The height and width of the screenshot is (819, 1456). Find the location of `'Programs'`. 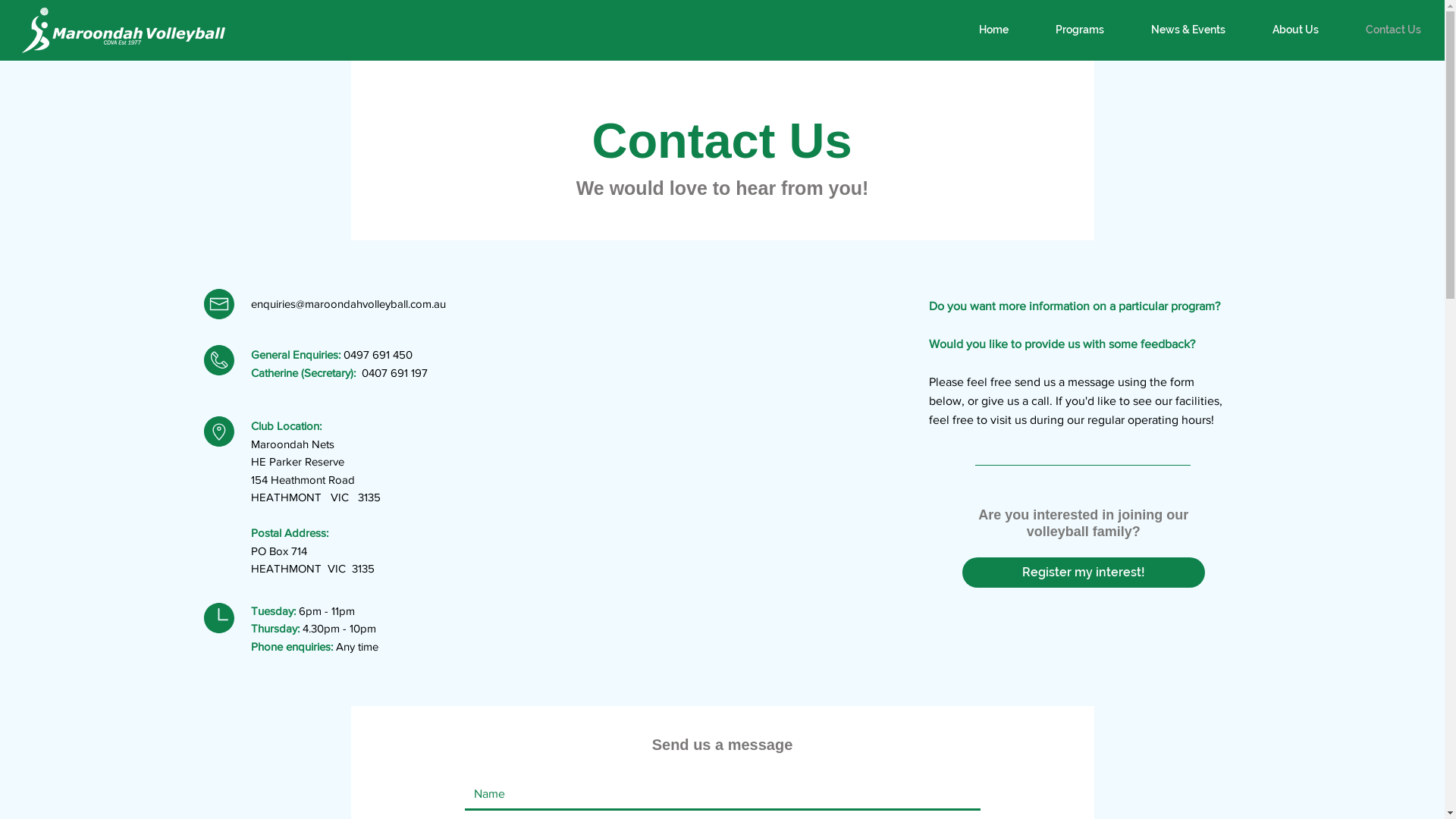

'Programs' is located at coordinates (1079, 30).